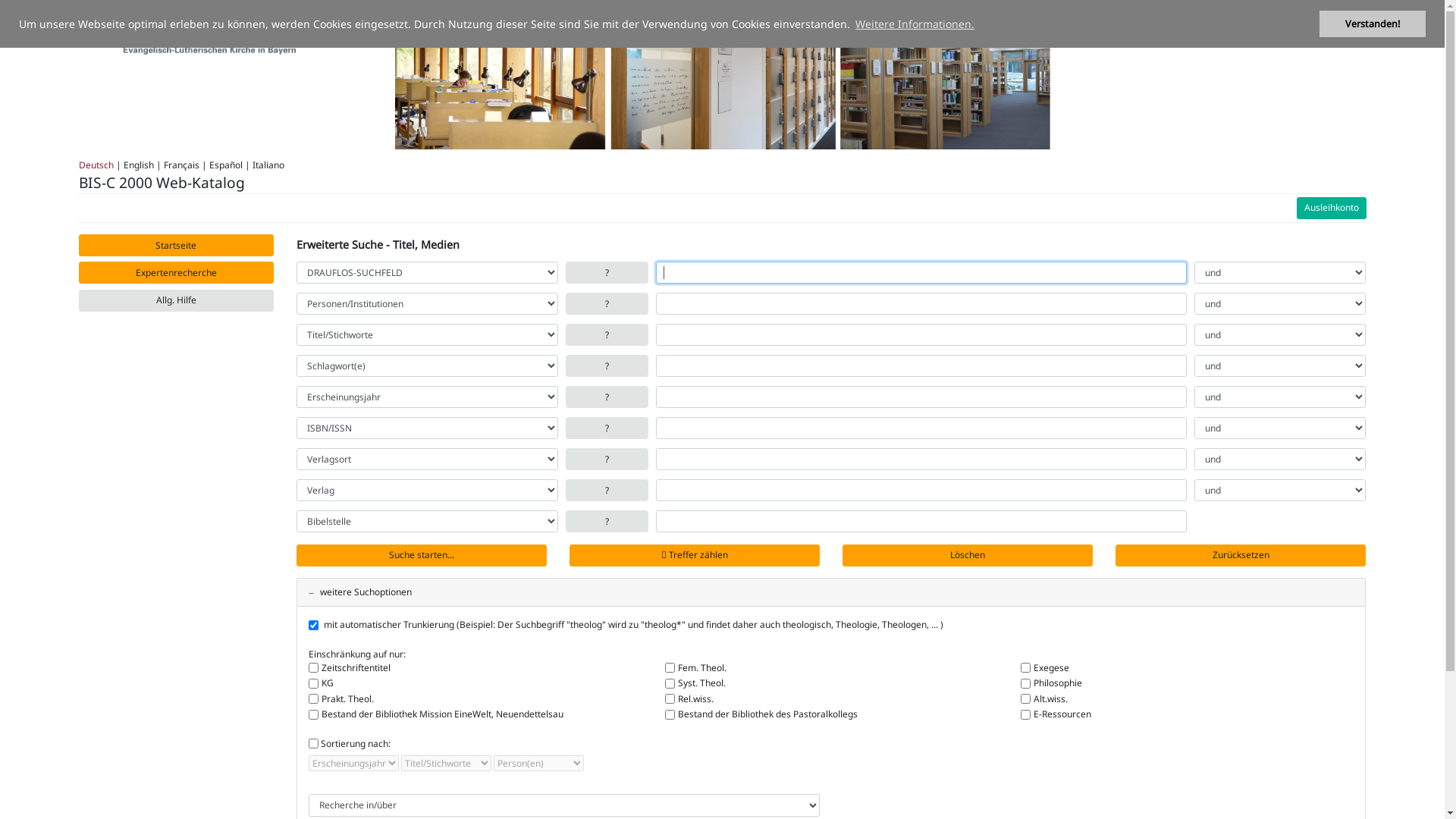 The image size is (1456, 819). I want to click on 'Allg. Hilfe', so click(177, 300).